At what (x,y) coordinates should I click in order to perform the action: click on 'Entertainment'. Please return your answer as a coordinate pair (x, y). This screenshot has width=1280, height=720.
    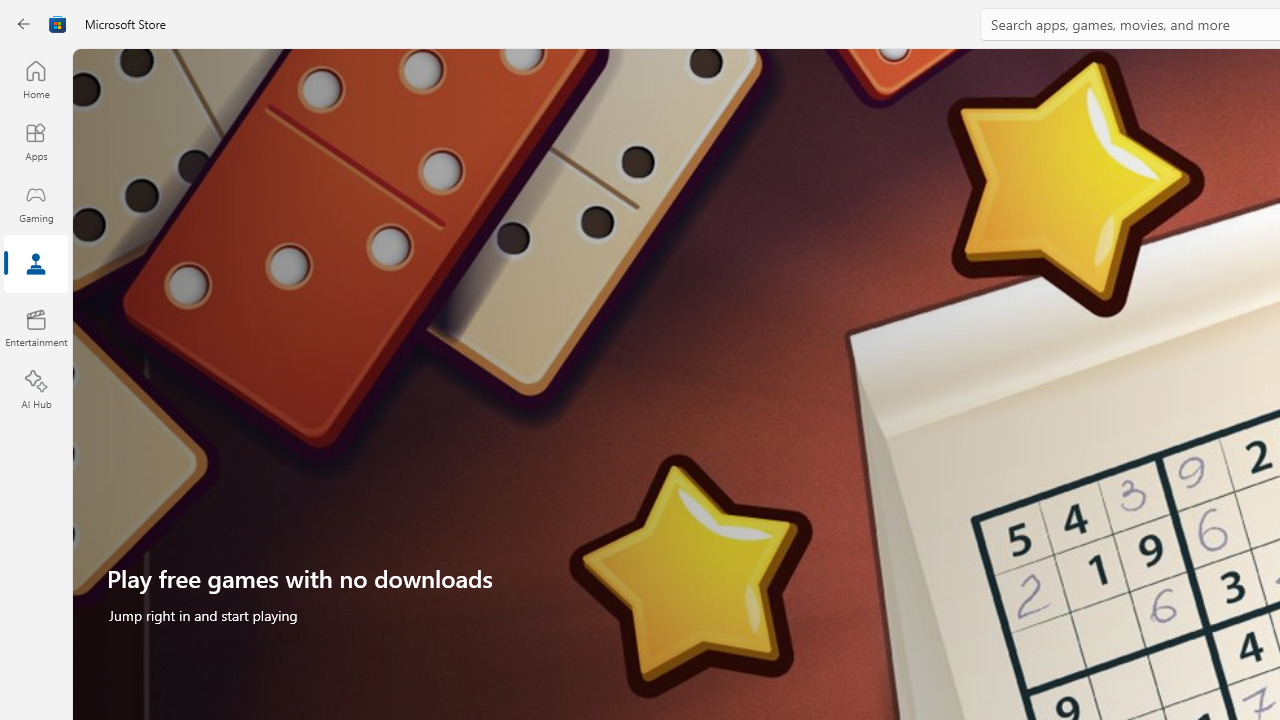
    Looking at the image, I should click on (35, 326).